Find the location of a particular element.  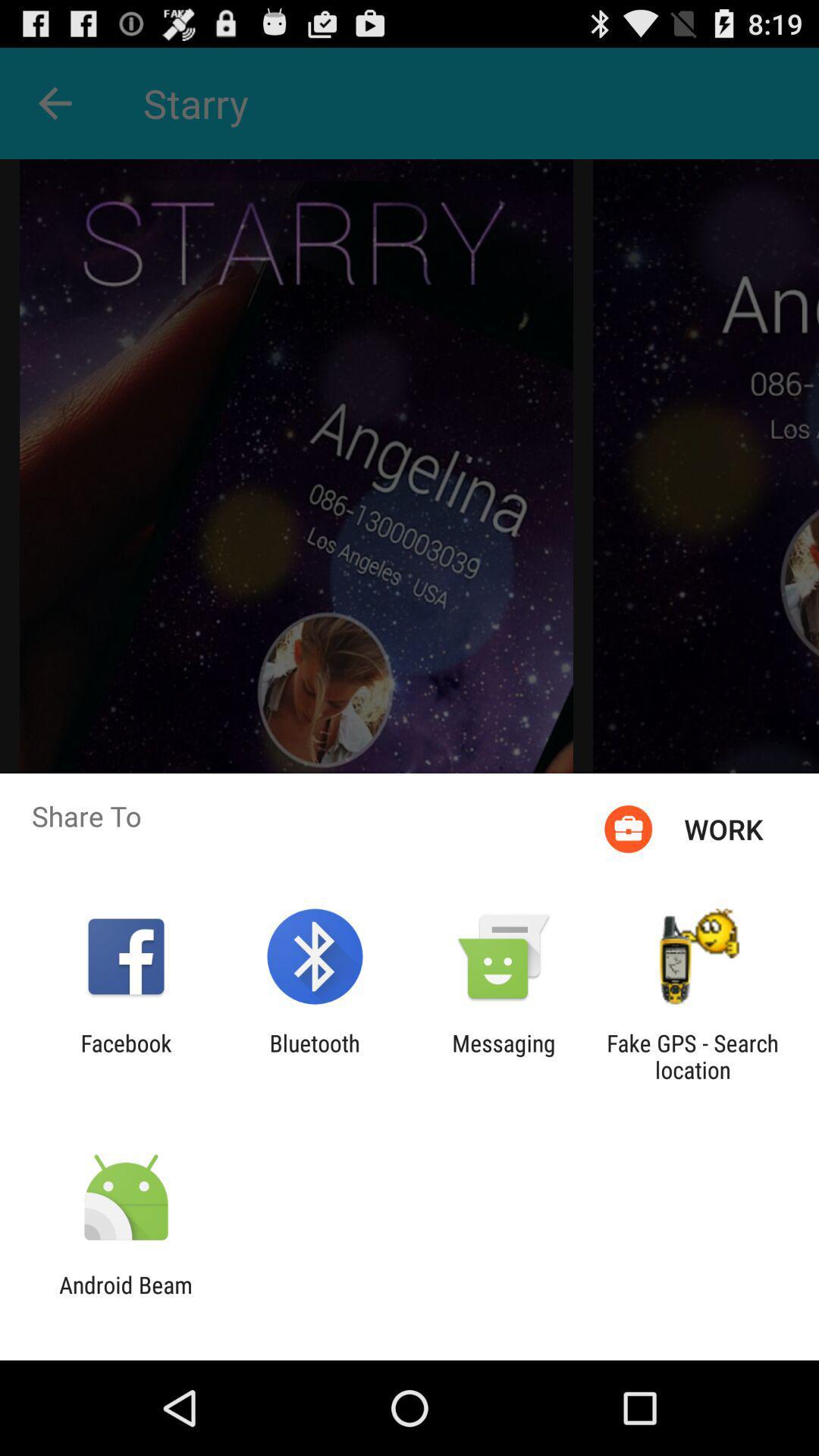

the facebook item is located at coordinates (125, 1056).